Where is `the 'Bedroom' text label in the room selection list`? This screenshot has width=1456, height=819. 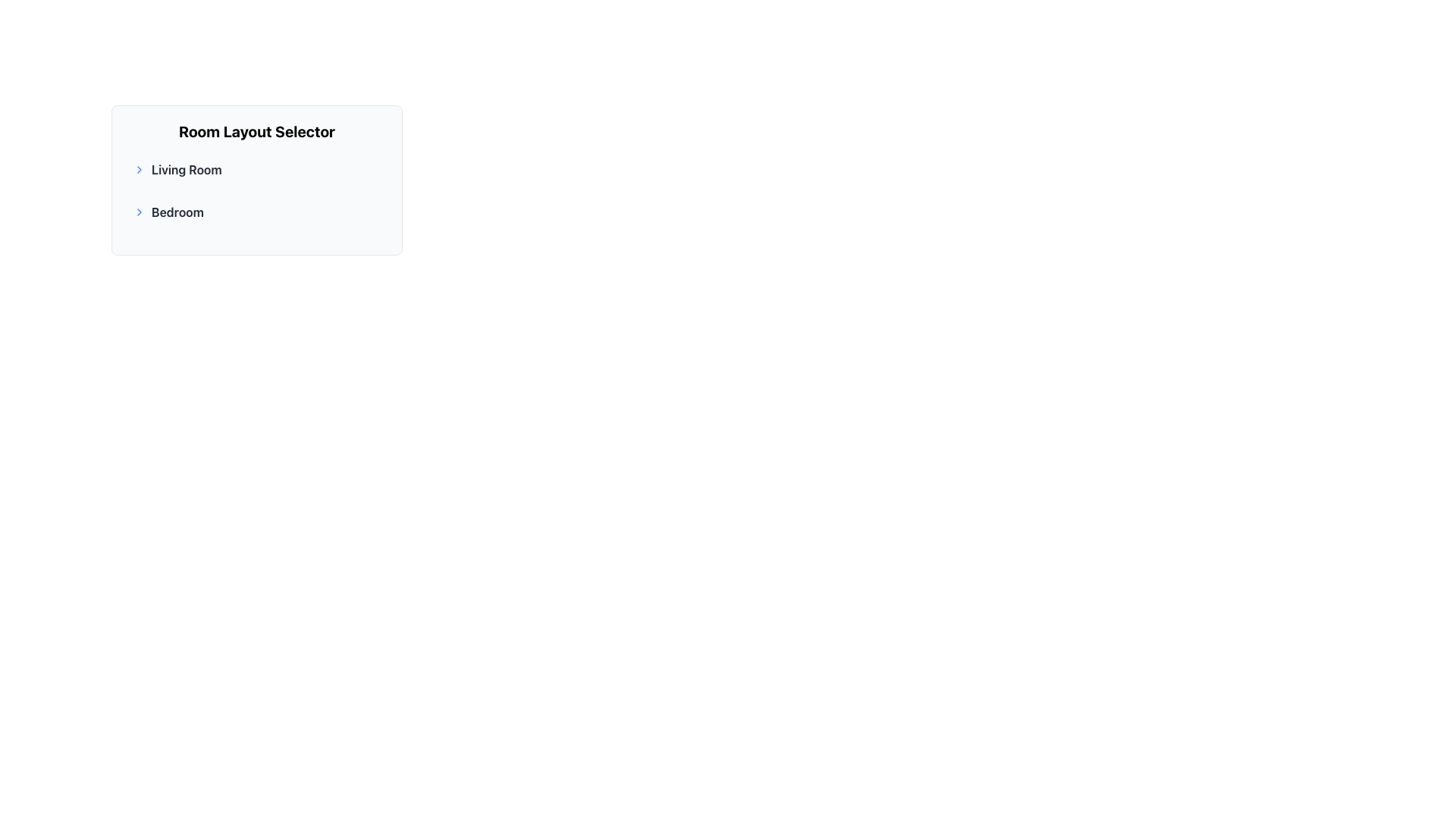 the 'Bedroom' text label in the room selection list is located at coordinates (177, 212).